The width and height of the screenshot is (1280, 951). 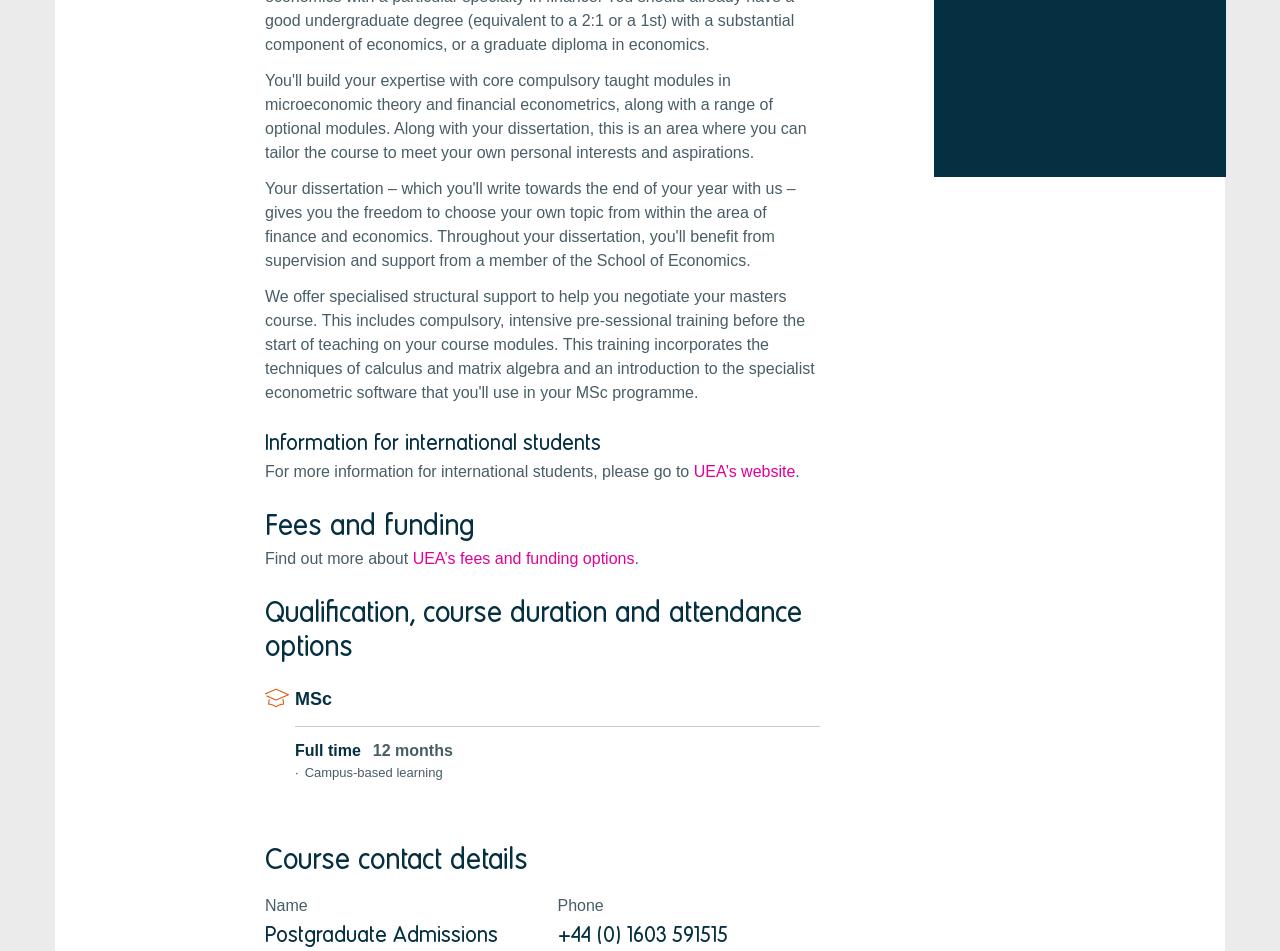 What do you see at coordinates (477, 470) in the screenshot?
I see `'For more information for international students, please go to'` at bounding box center [477, 470].